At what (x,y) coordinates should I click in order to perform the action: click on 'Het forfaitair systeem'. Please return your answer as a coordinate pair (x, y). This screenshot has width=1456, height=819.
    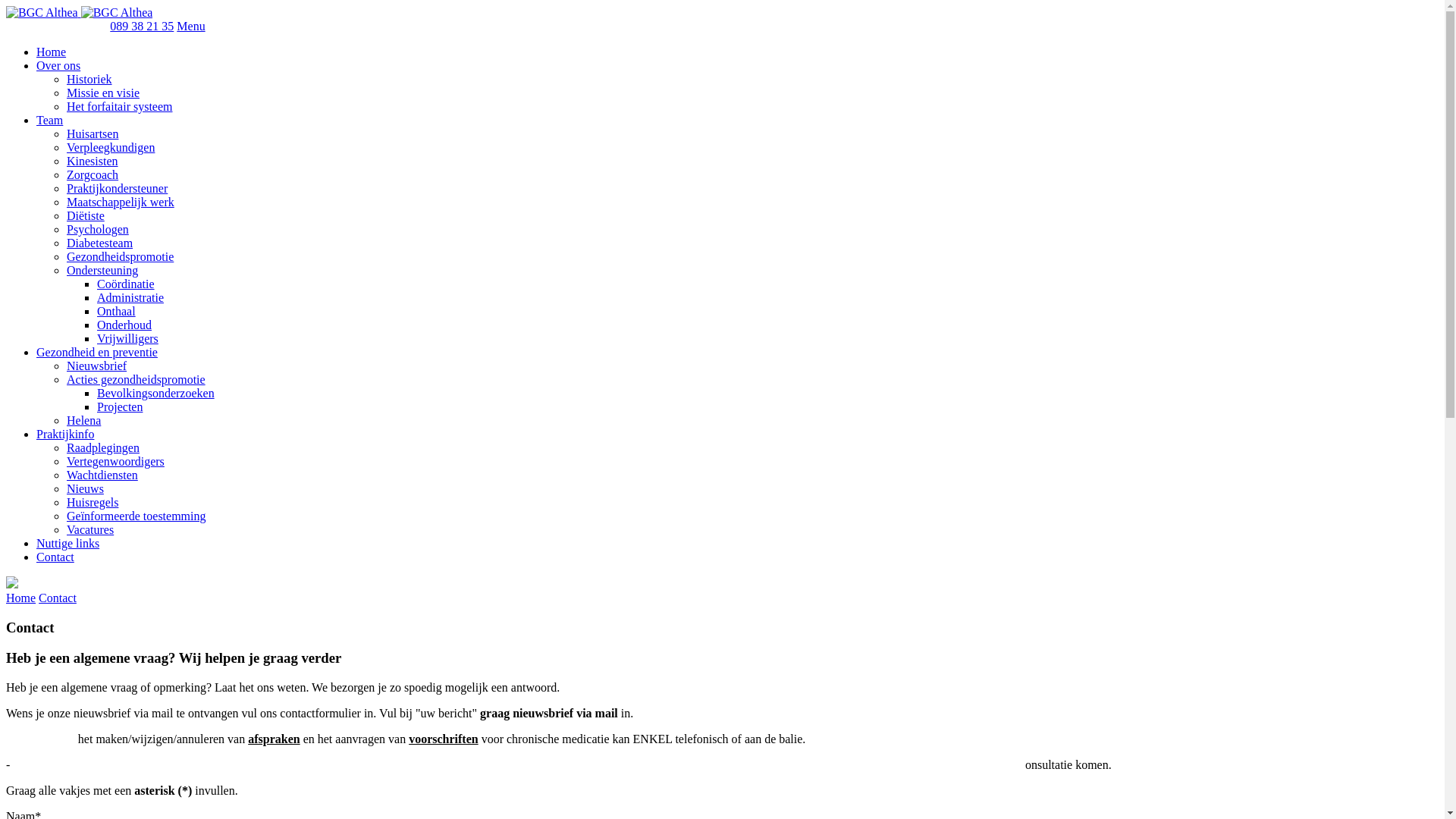
    Looking at the image, I should click on (119, 105).